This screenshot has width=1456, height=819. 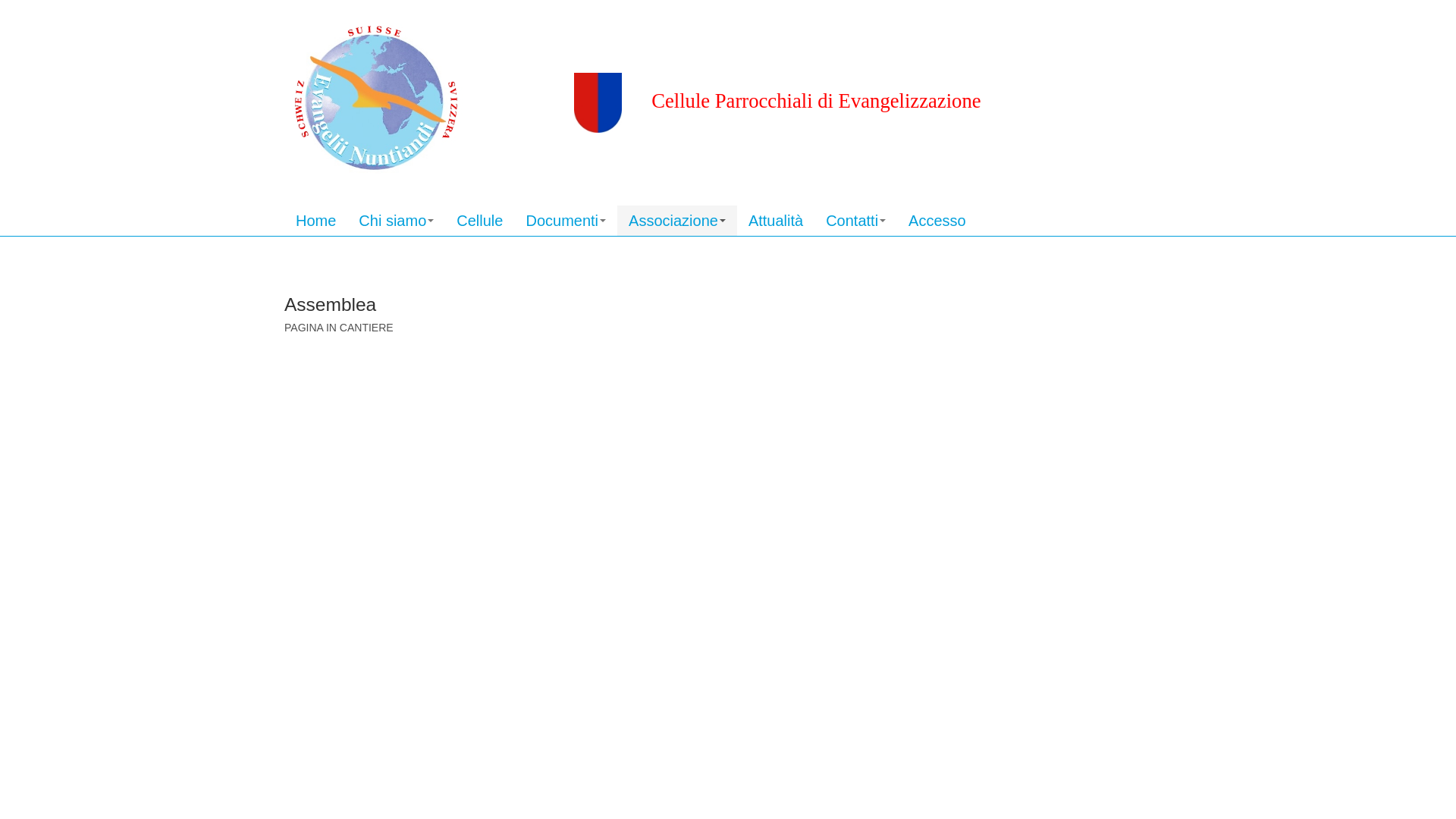 I want to click on 'Contatti', so click(x=855, y=220).